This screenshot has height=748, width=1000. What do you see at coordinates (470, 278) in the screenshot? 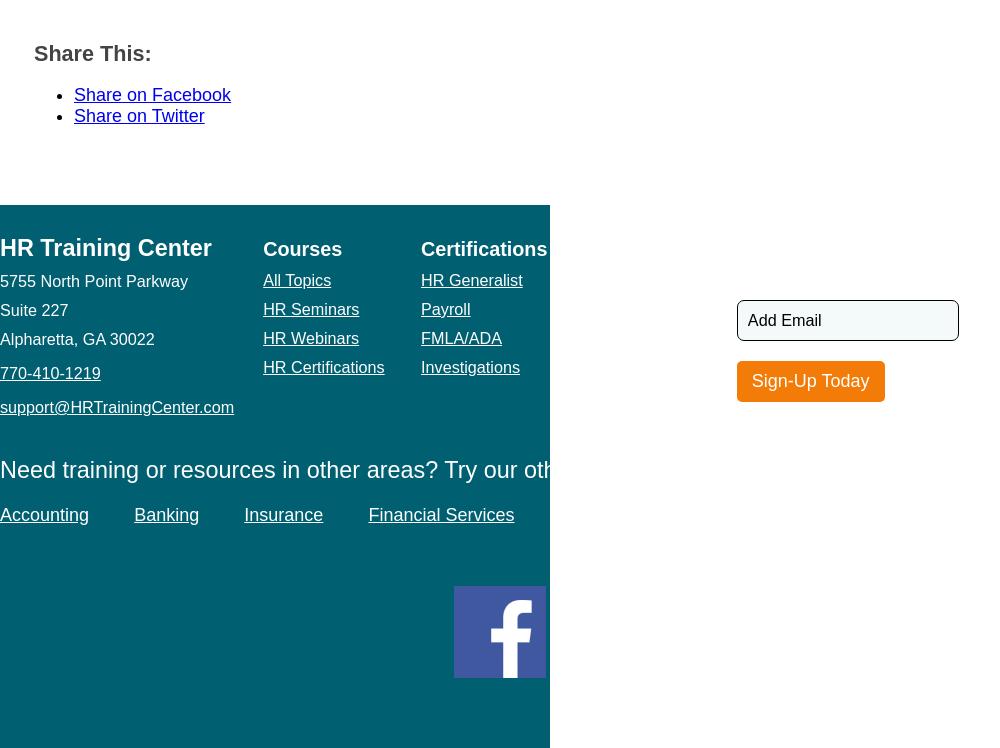
I see `'HR Generalist'` at bounding box center [470, 278].